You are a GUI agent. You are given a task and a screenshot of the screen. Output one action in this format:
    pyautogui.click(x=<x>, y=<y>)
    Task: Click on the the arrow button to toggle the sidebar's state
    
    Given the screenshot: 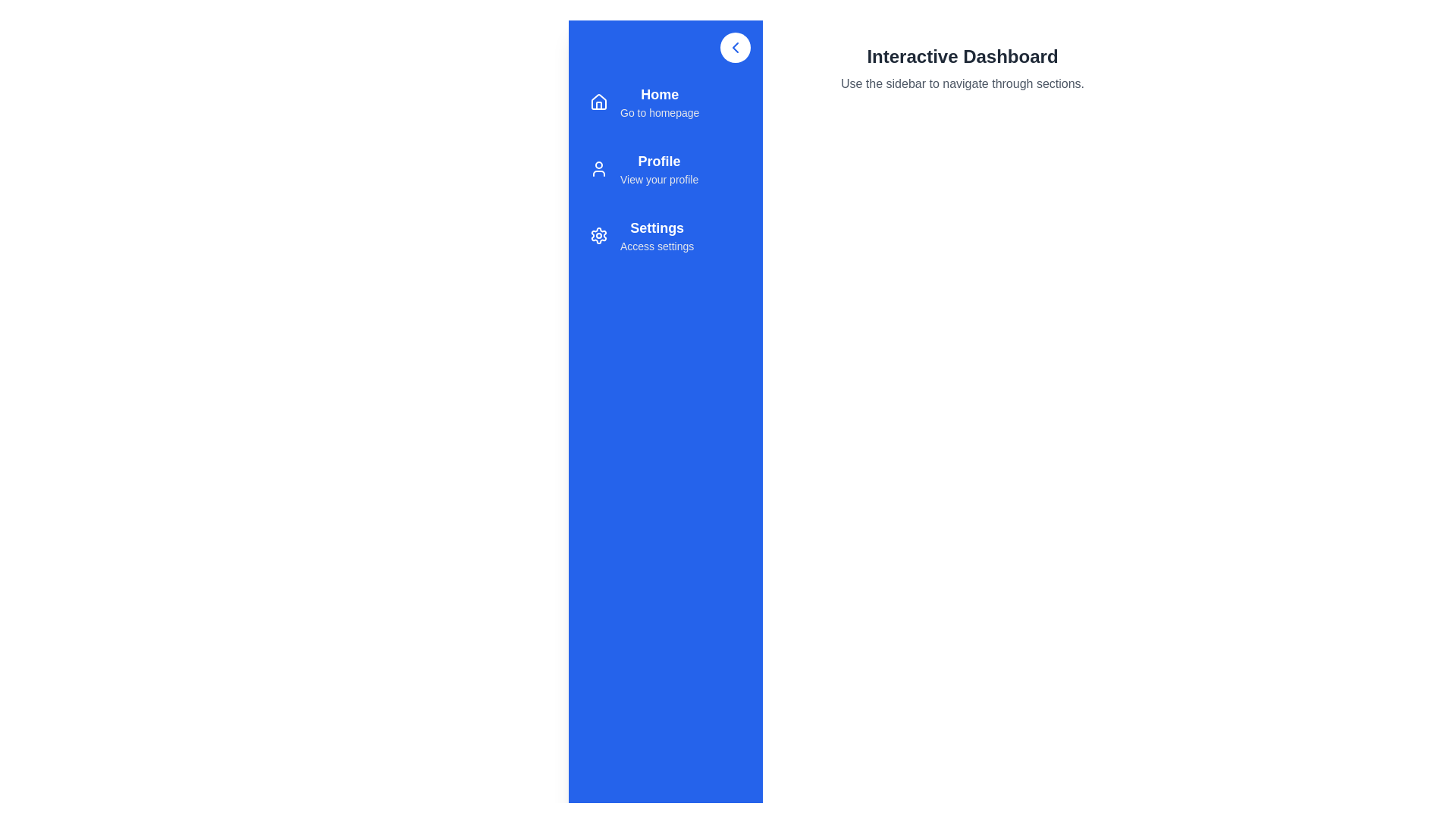 What is the action you would take?
    pyautogui.click(x=735, y=46)
    